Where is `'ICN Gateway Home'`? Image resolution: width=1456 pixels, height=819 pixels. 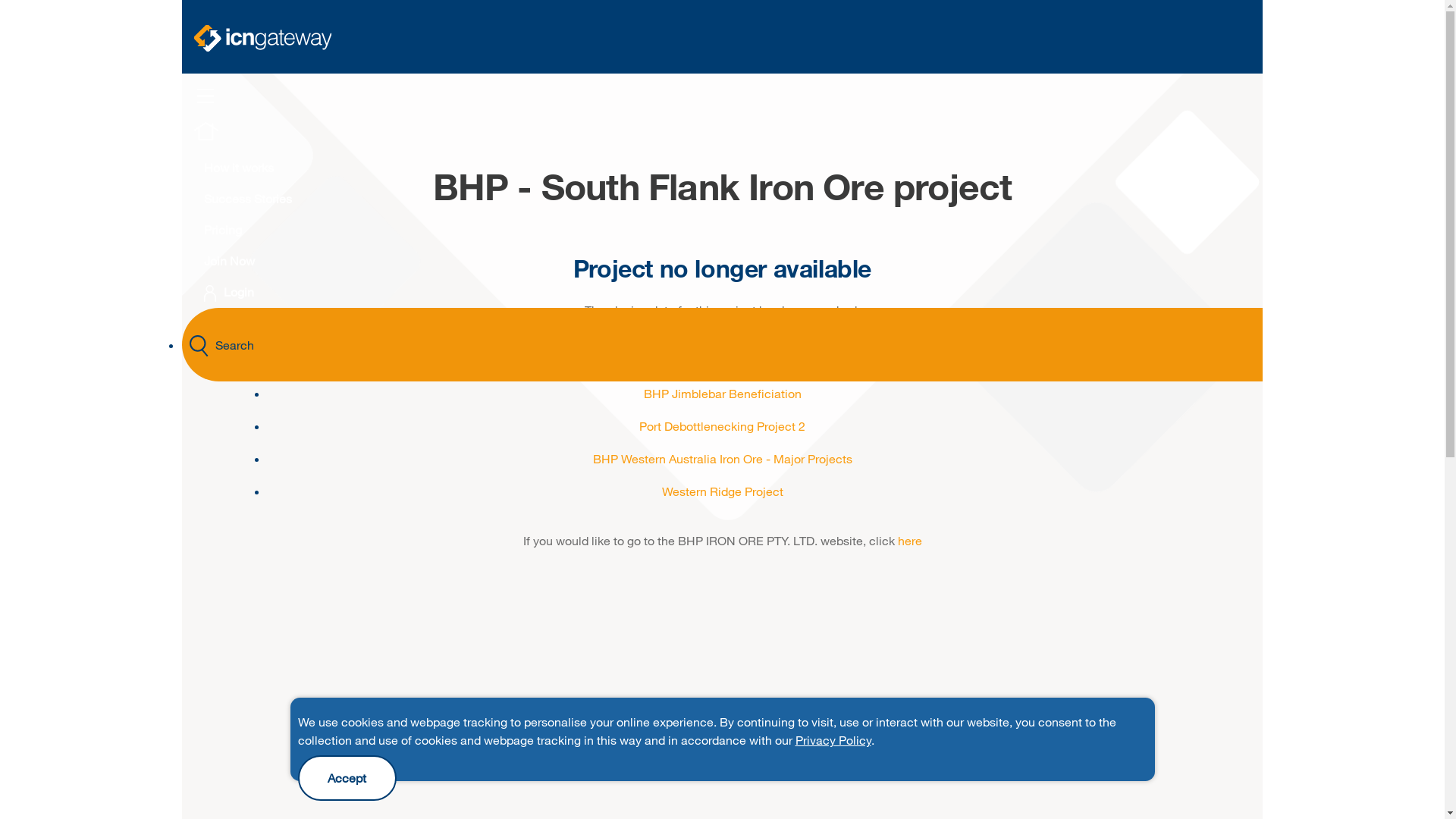 'ICN Gateway Home' is located at coordinates (262, 37).